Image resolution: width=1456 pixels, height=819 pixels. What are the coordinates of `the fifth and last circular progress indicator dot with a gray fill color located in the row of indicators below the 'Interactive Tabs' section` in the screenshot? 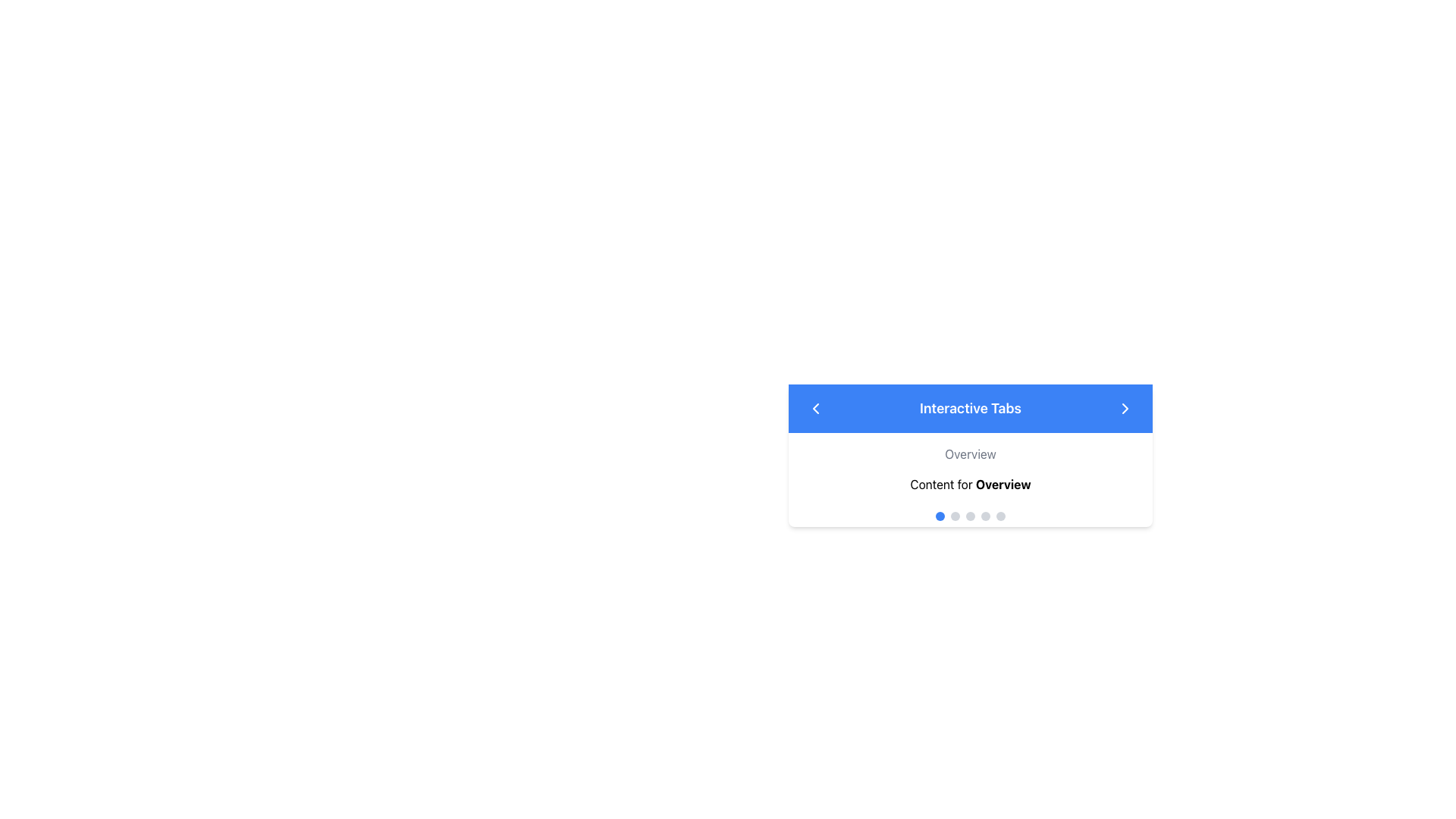 It's located at (1001, 516).